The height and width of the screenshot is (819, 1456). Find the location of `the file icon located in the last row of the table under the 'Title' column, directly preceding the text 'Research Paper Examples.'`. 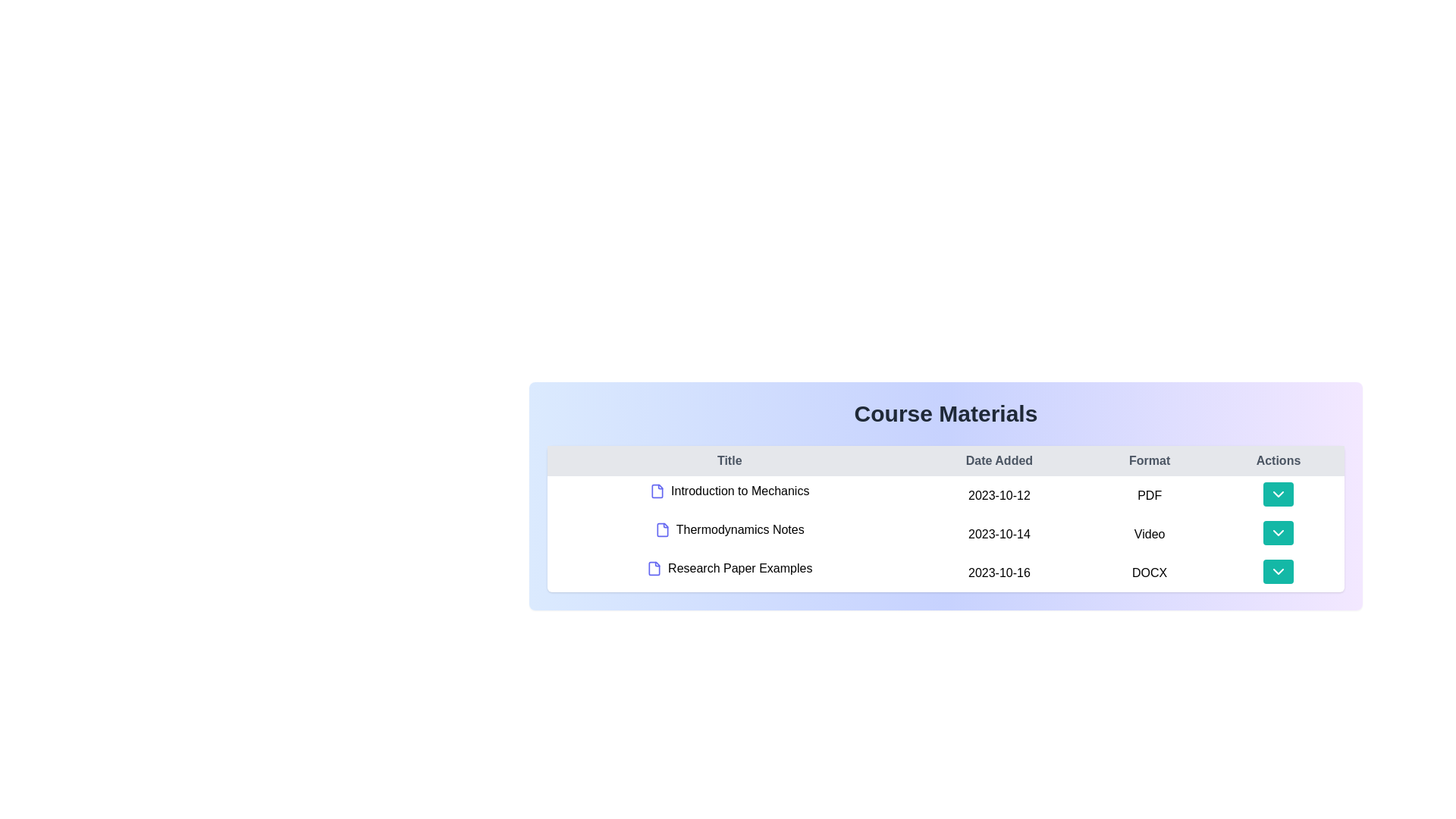

the file icon located in the last row of the table under the 'Title' column, directly preceding the text 'Research Paper Examples.' is located at coordinates (654, 568).